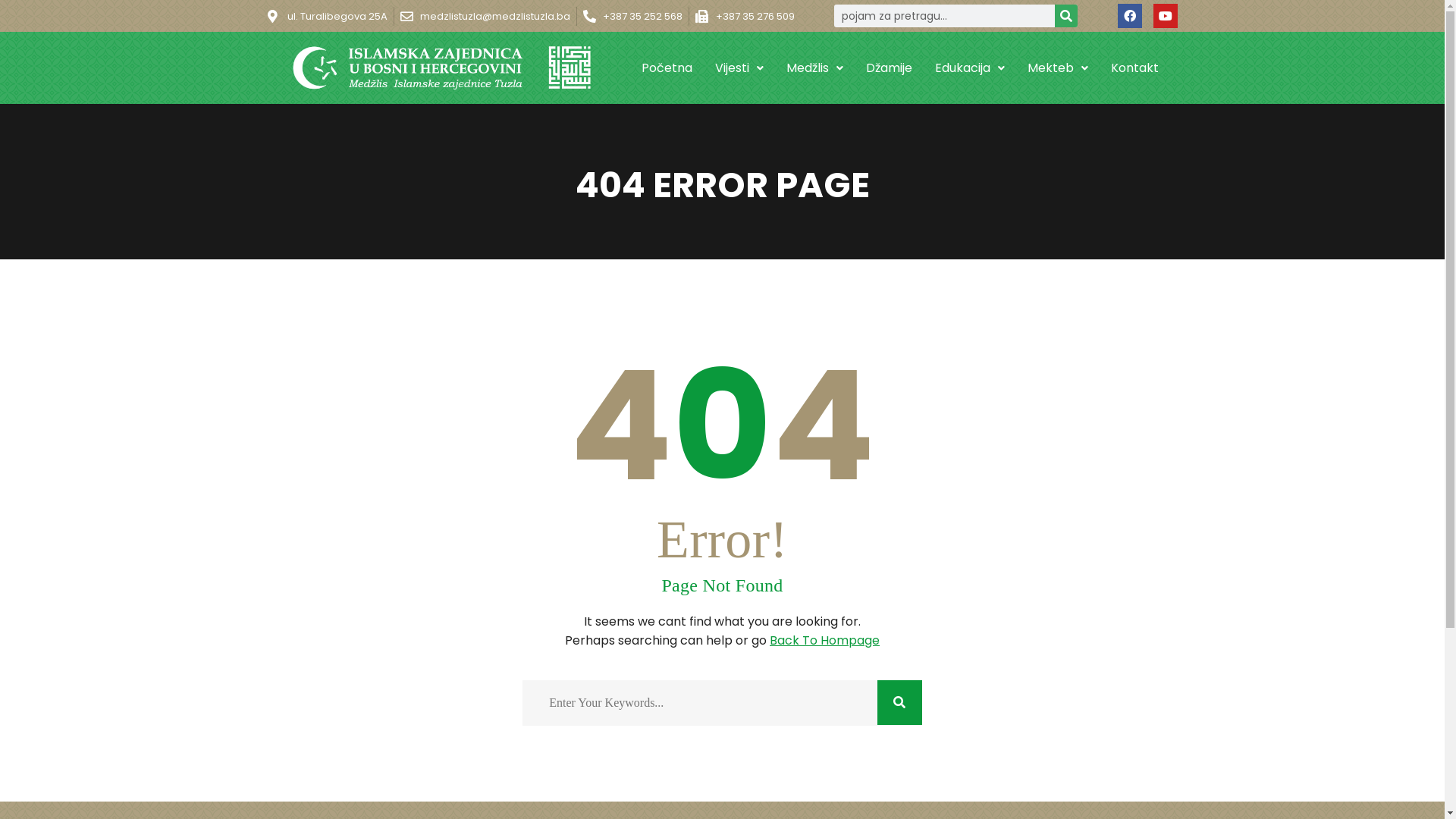  Describe the element at coordinates (923, 66) in the screenshot. I see `'Edukacija'` at that location.